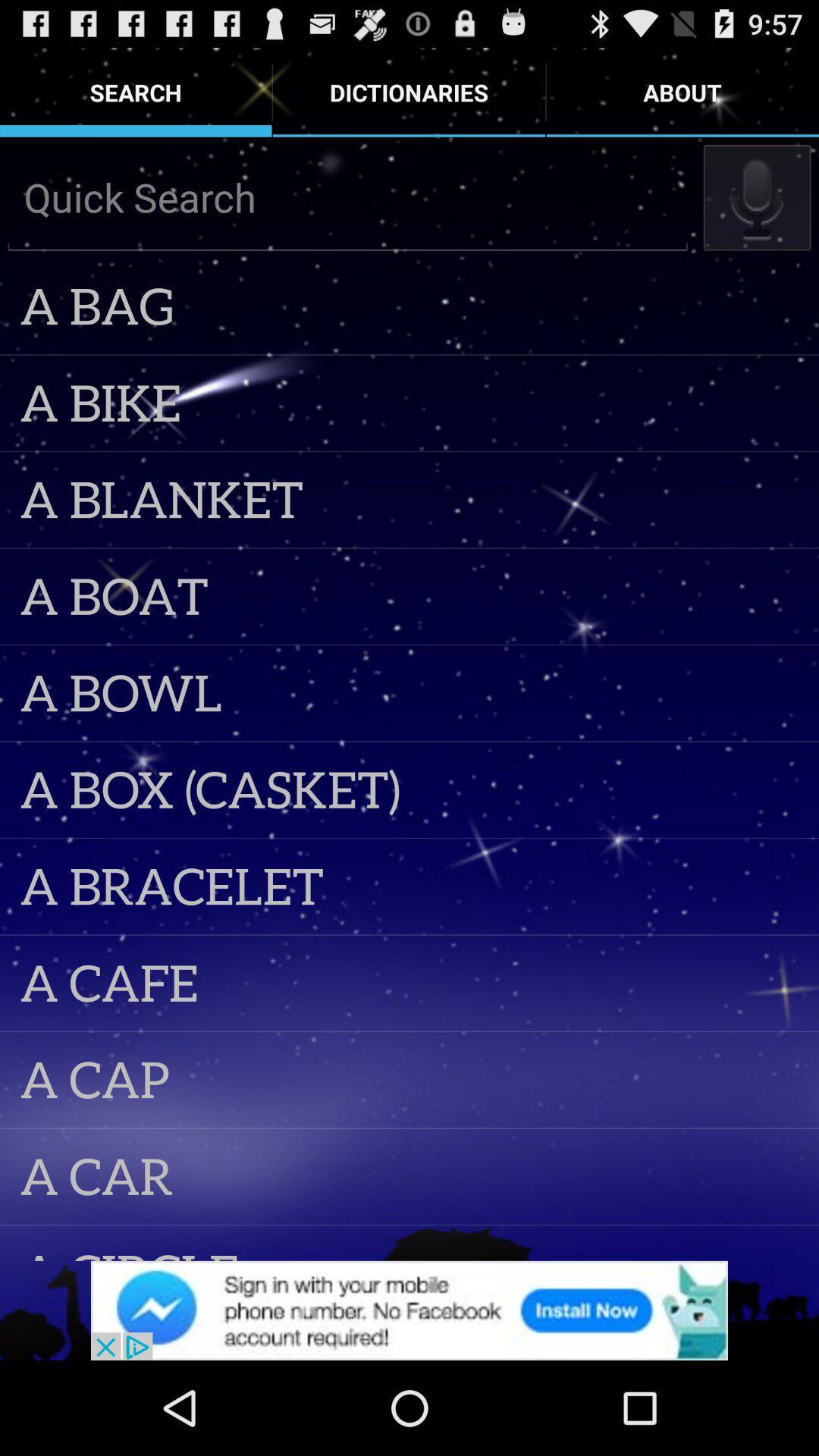 This screenshot has height=1456, width=819. I want to click on banner advertisement, so click(409, 1310).